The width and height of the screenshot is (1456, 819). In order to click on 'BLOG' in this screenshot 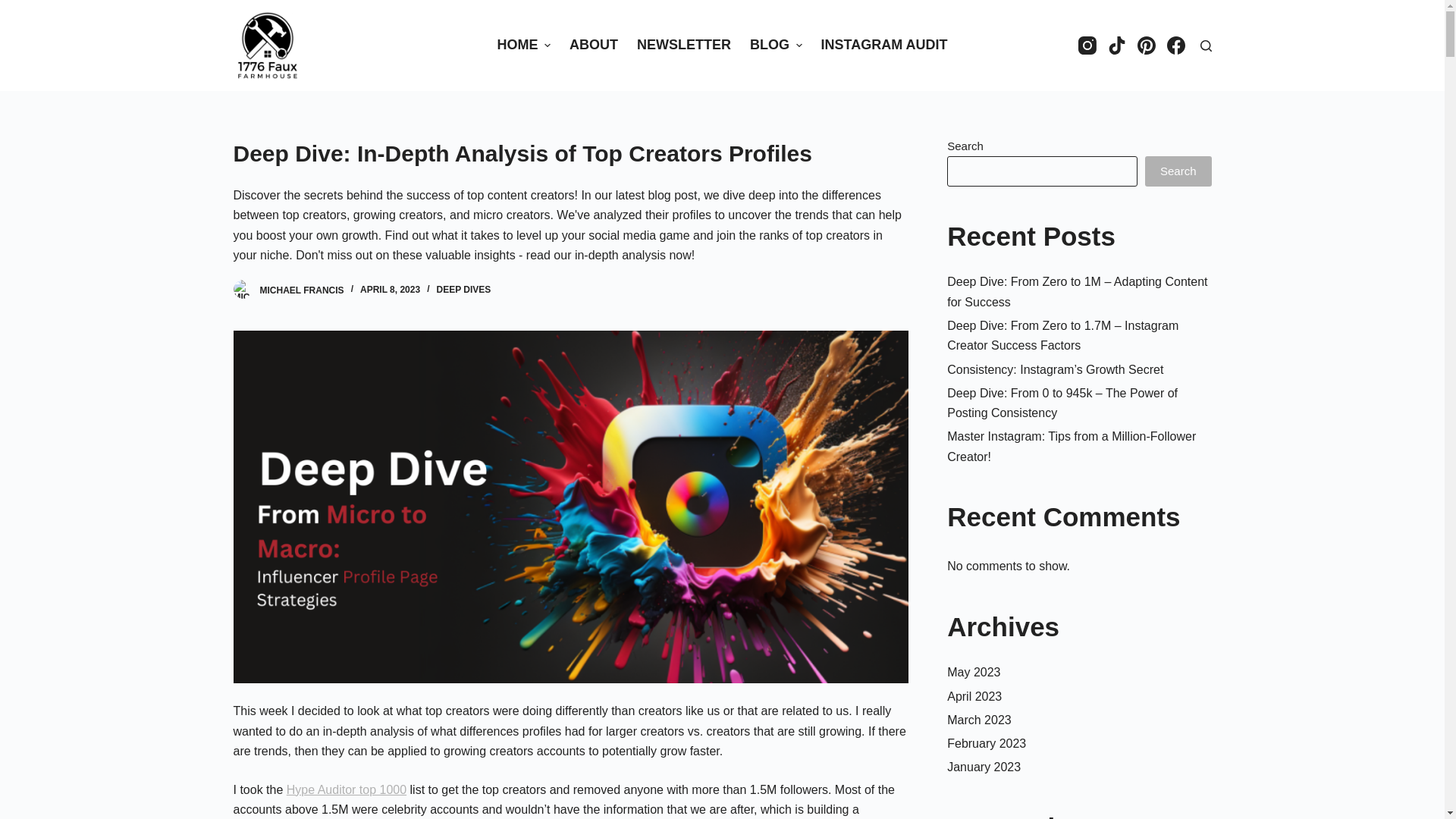, I will do `click(775, 45)`.